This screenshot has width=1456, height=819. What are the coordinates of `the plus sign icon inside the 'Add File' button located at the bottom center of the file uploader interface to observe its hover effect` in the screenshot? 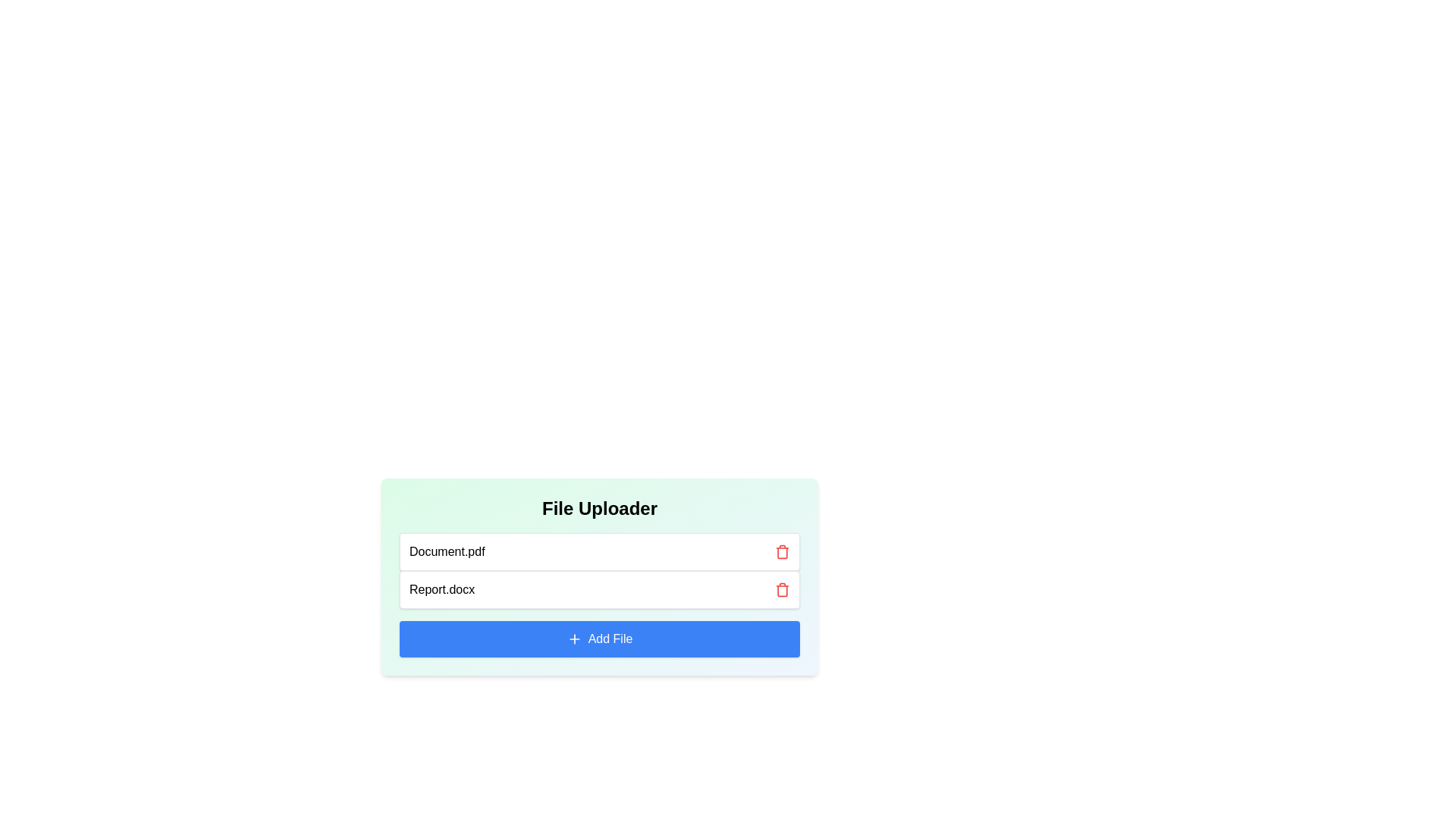 It's located at (573, 639).